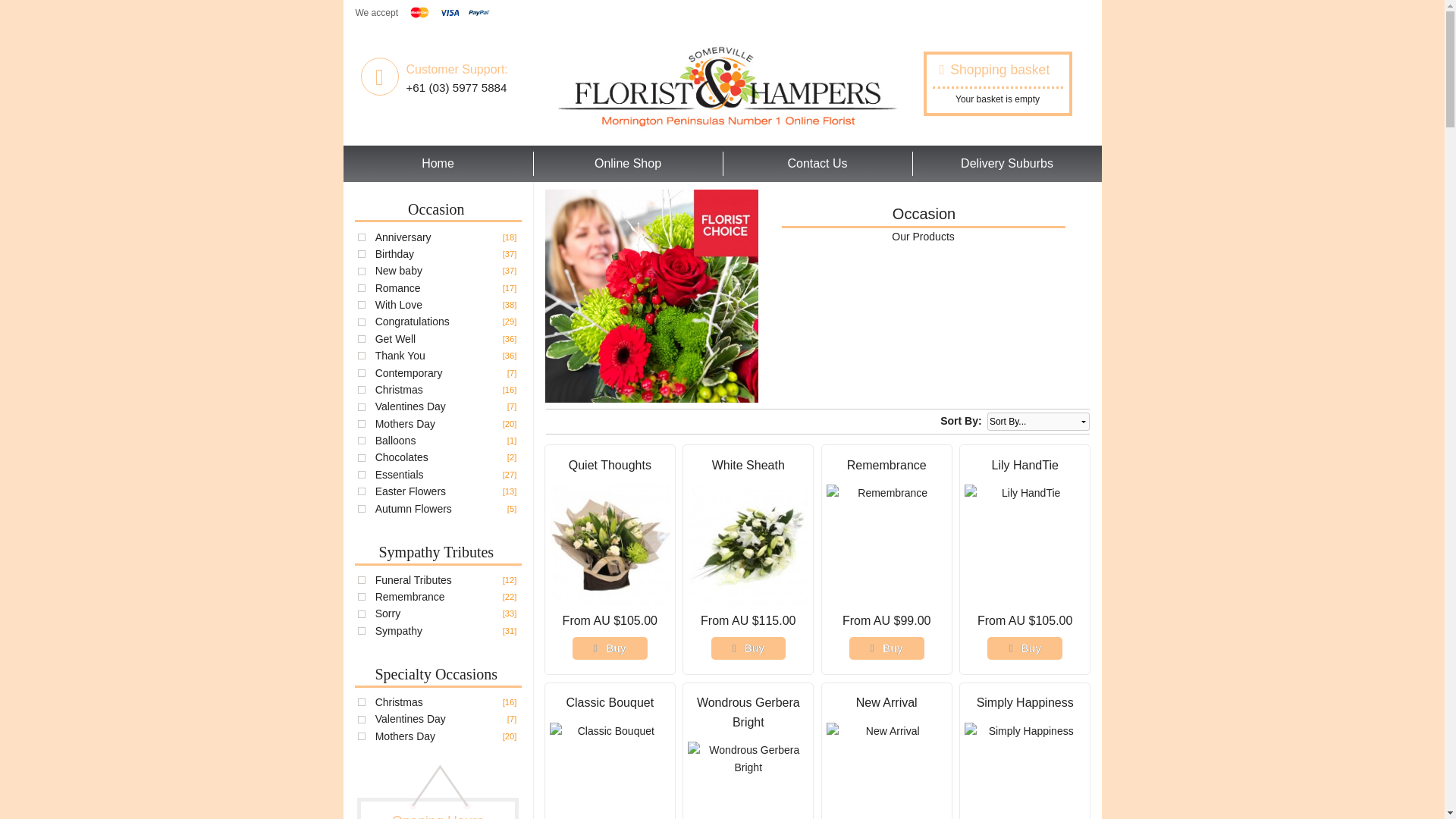  Describe the element at coordinates (410, 718) in the screenshot. I see `'Valentines Day` at that location.